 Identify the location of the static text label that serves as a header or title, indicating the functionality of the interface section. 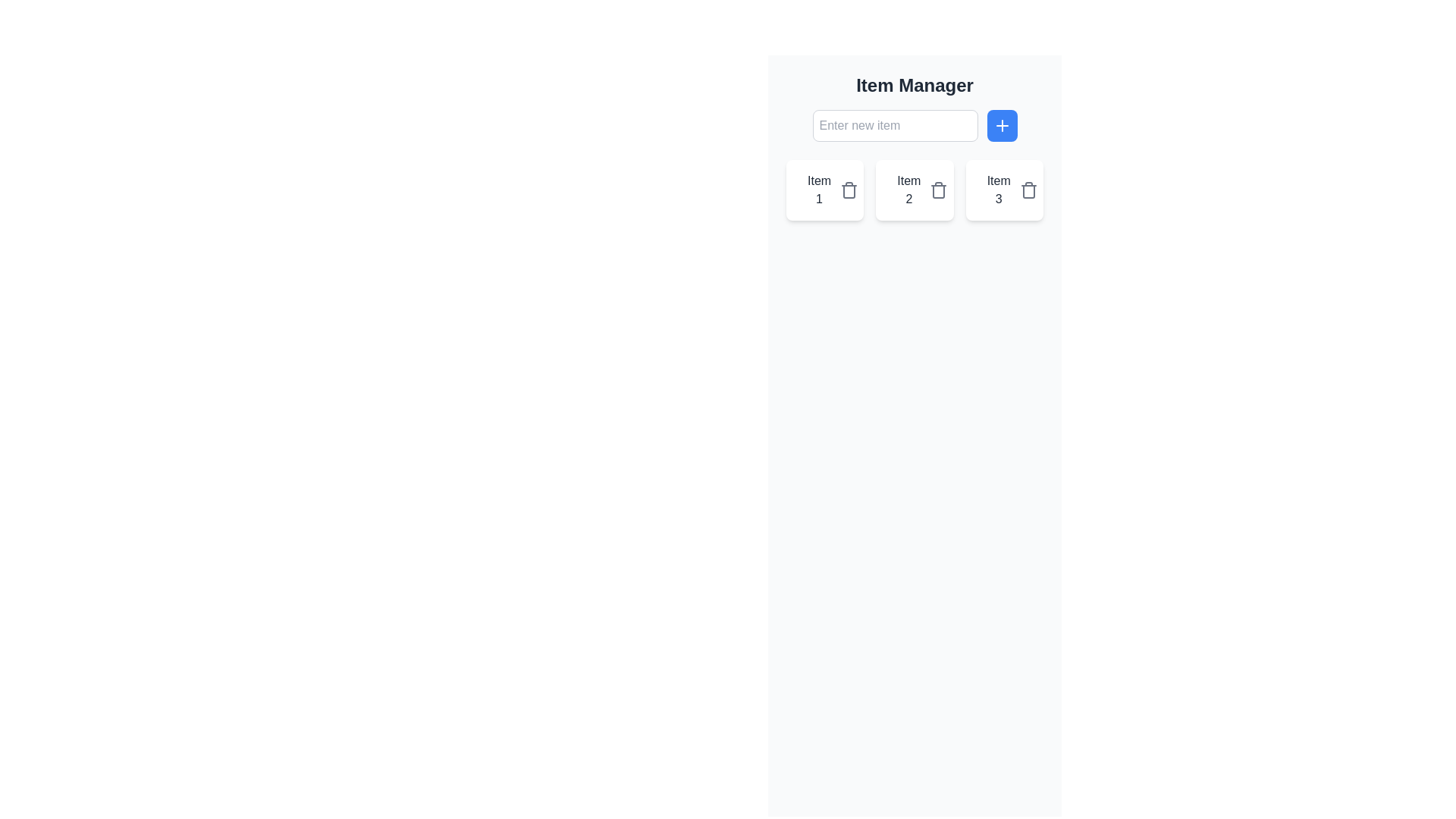
(914, 85).